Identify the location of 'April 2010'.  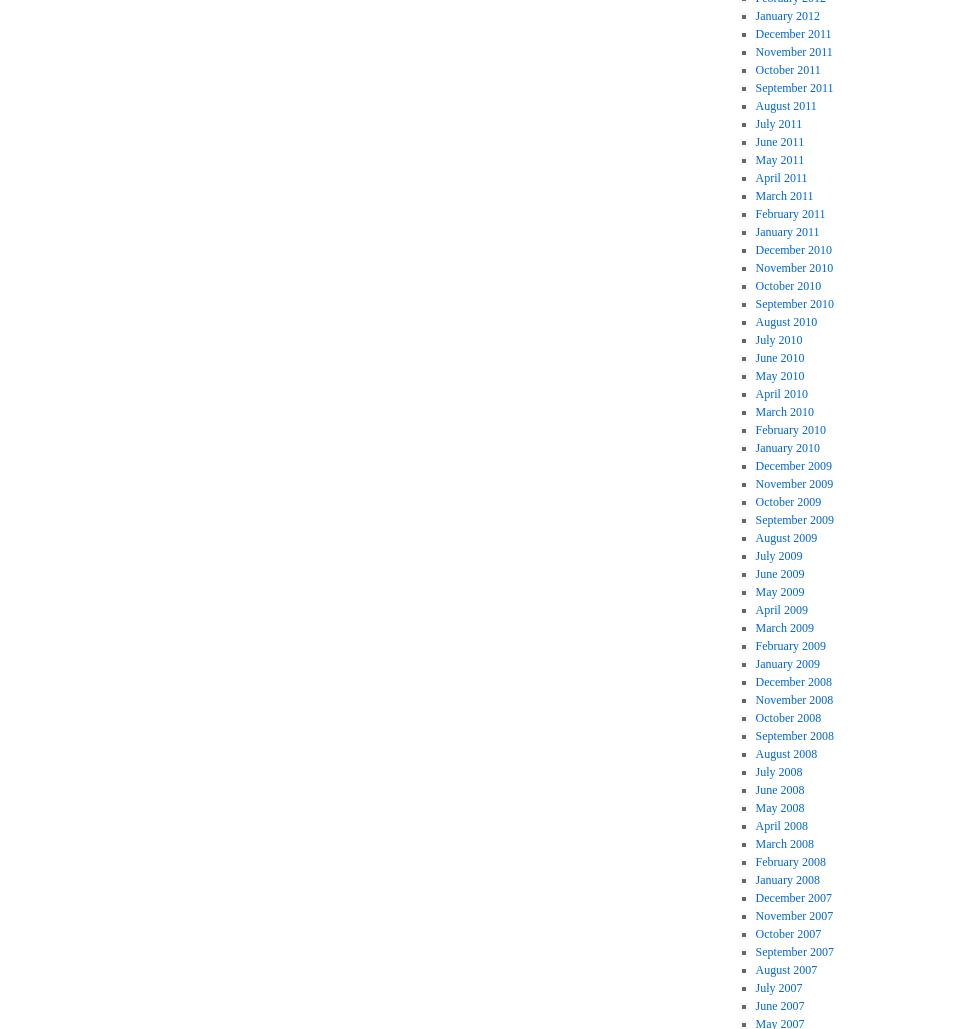
(754, 393).